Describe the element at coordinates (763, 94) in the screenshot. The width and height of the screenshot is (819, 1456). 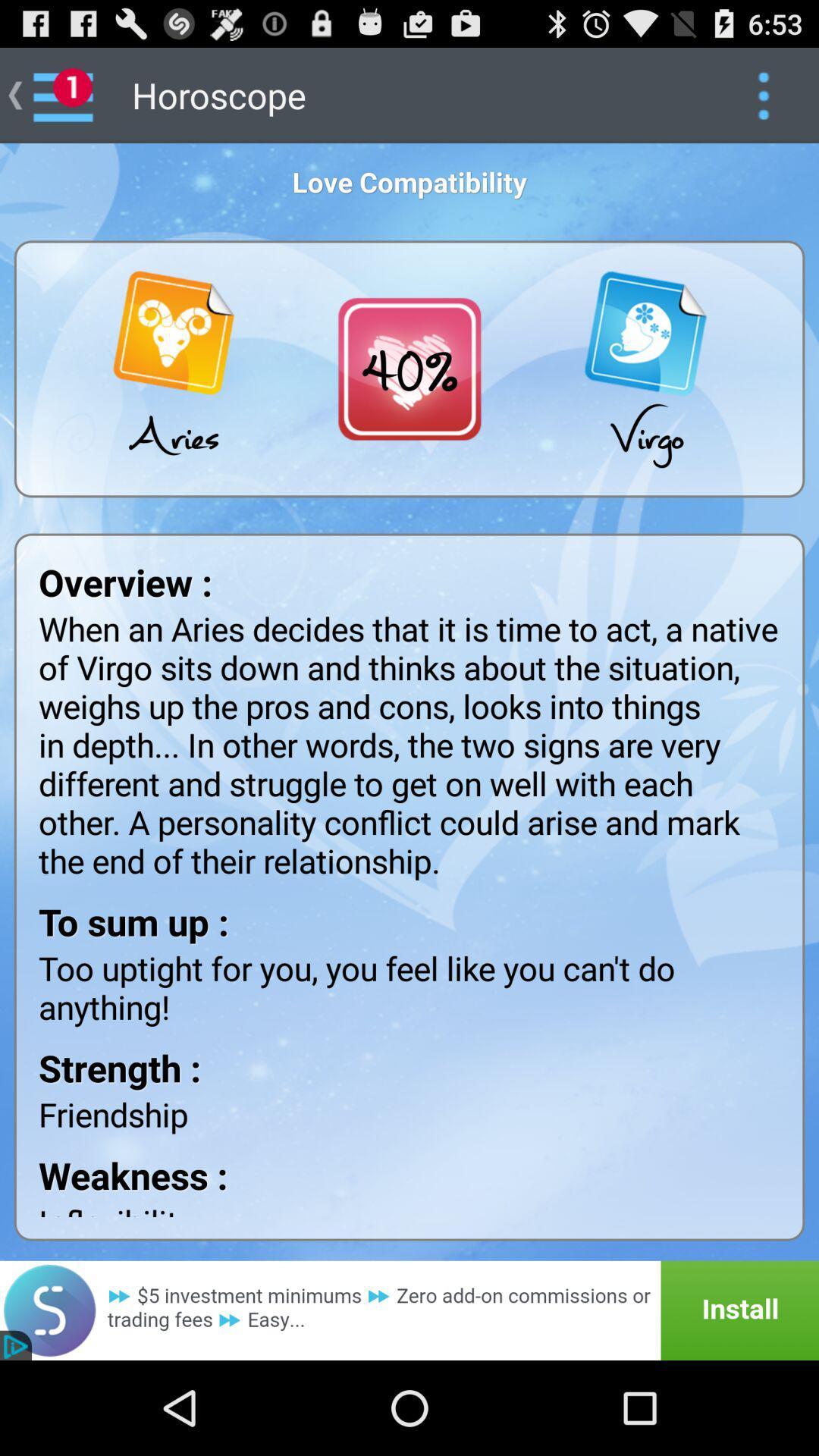
I see `item to the right of the horoscope app` at that location.